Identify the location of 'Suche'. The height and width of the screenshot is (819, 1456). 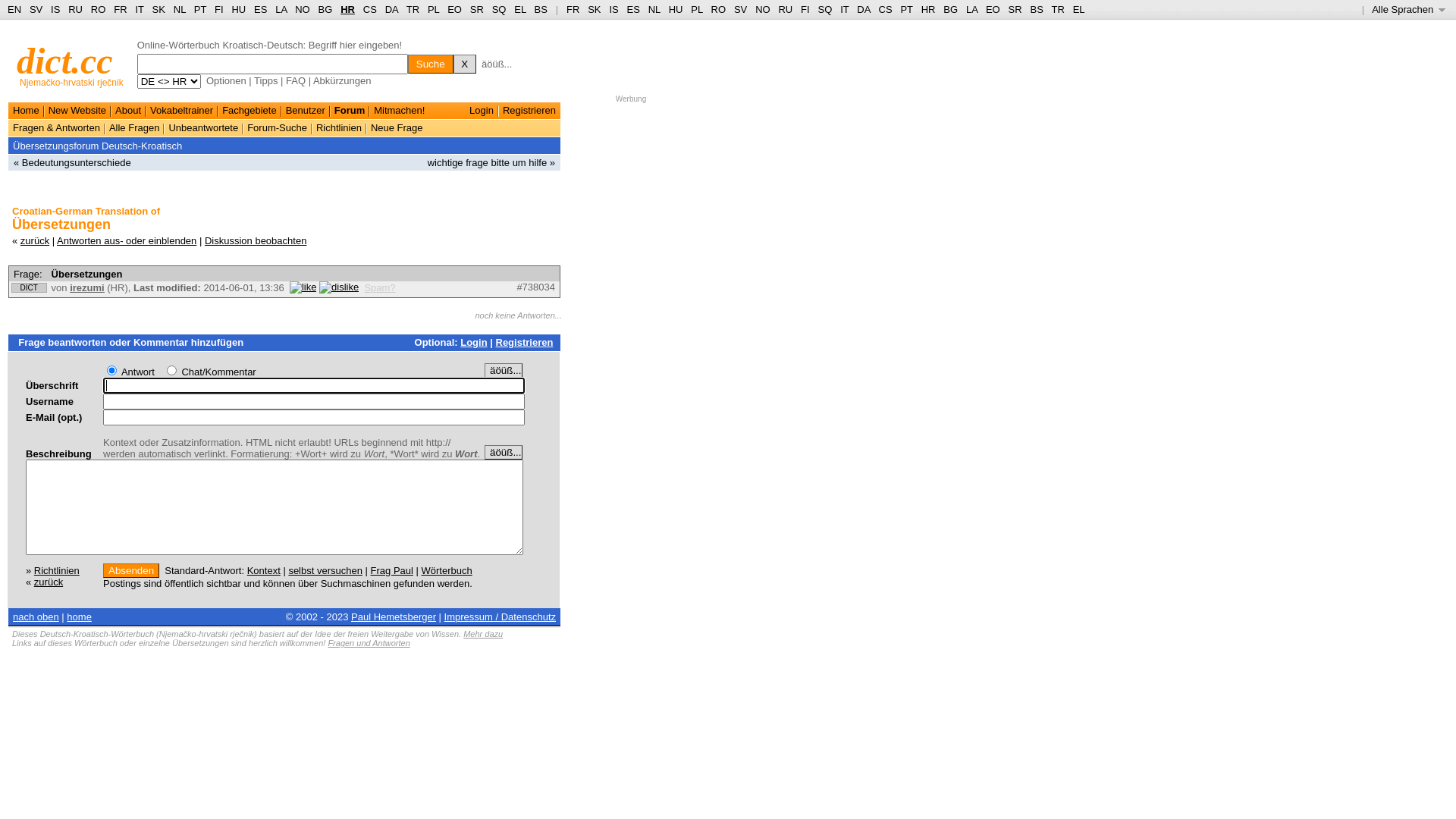
(429, 63).